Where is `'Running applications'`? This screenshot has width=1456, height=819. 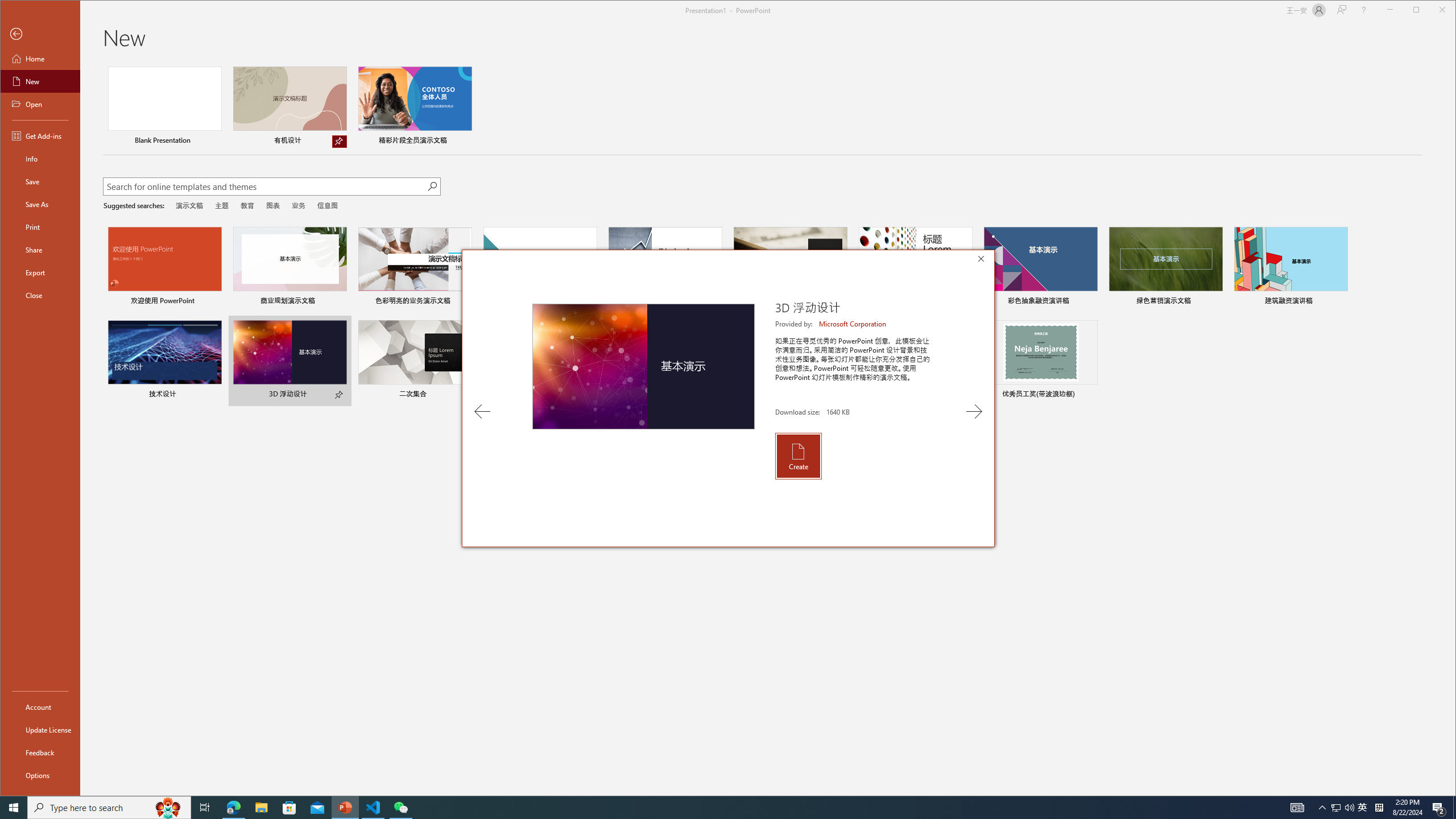 'Running applications' is located at coordinates (707, 806).